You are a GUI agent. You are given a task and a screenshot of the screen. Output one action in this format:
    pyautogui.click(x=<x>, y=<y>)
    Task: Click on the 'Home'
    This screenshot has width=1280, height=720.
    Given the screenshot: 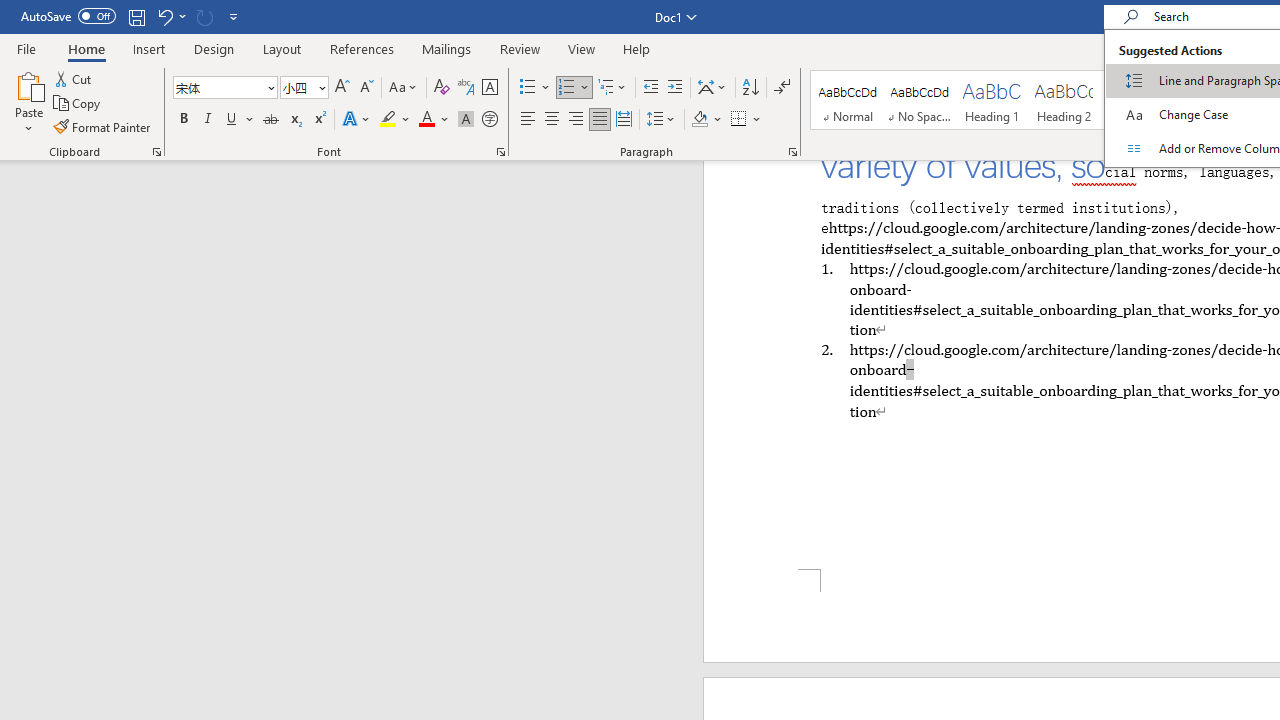 What is the action you would take?
    pyautogui.click(x=85, y=48)
    